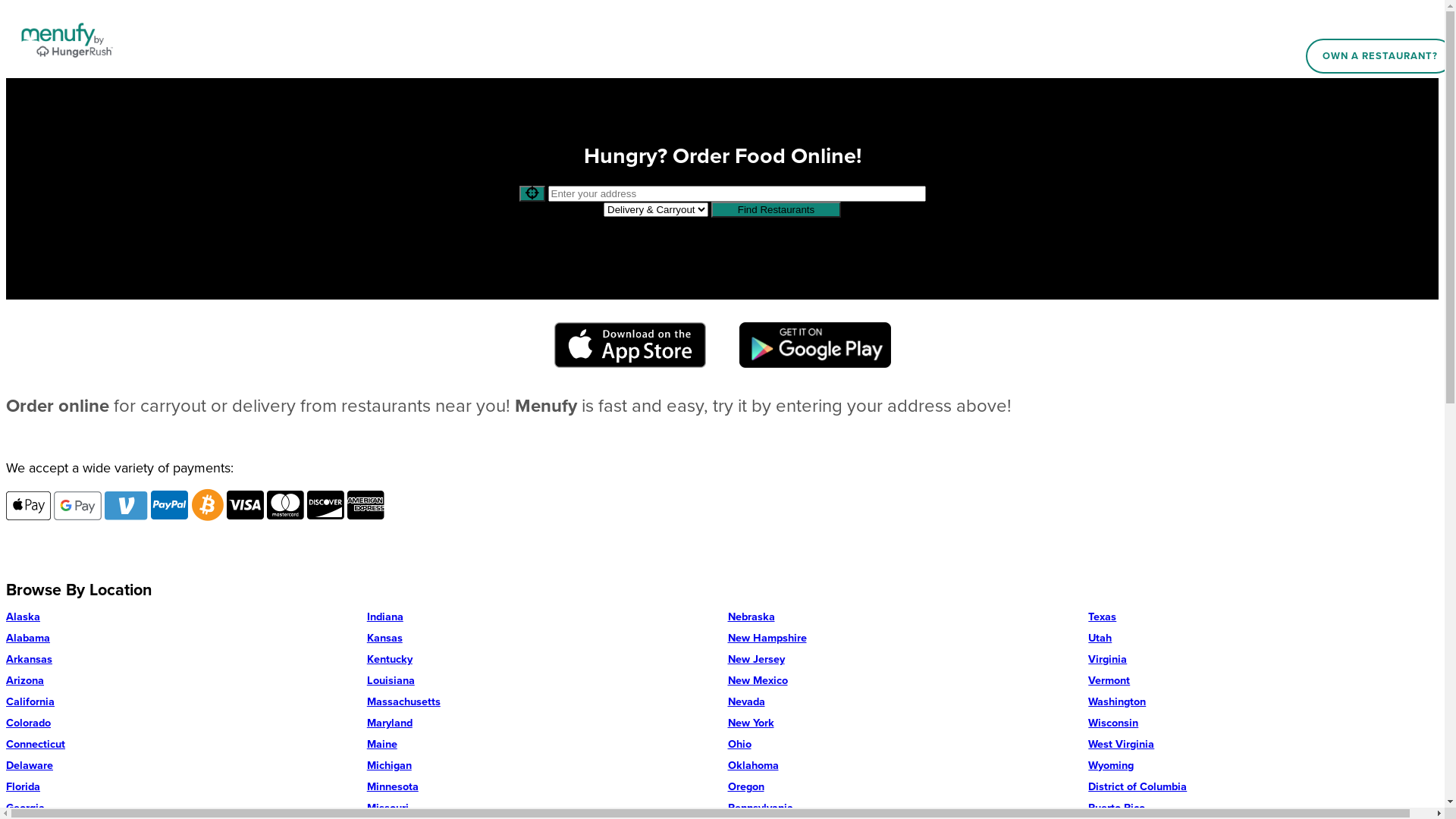 The image size is (1456, 819). What do you see at coordinates (285, 504) in the screenshot?
I see `'Accepts Mastercard'` at bounding box center [285, 504].